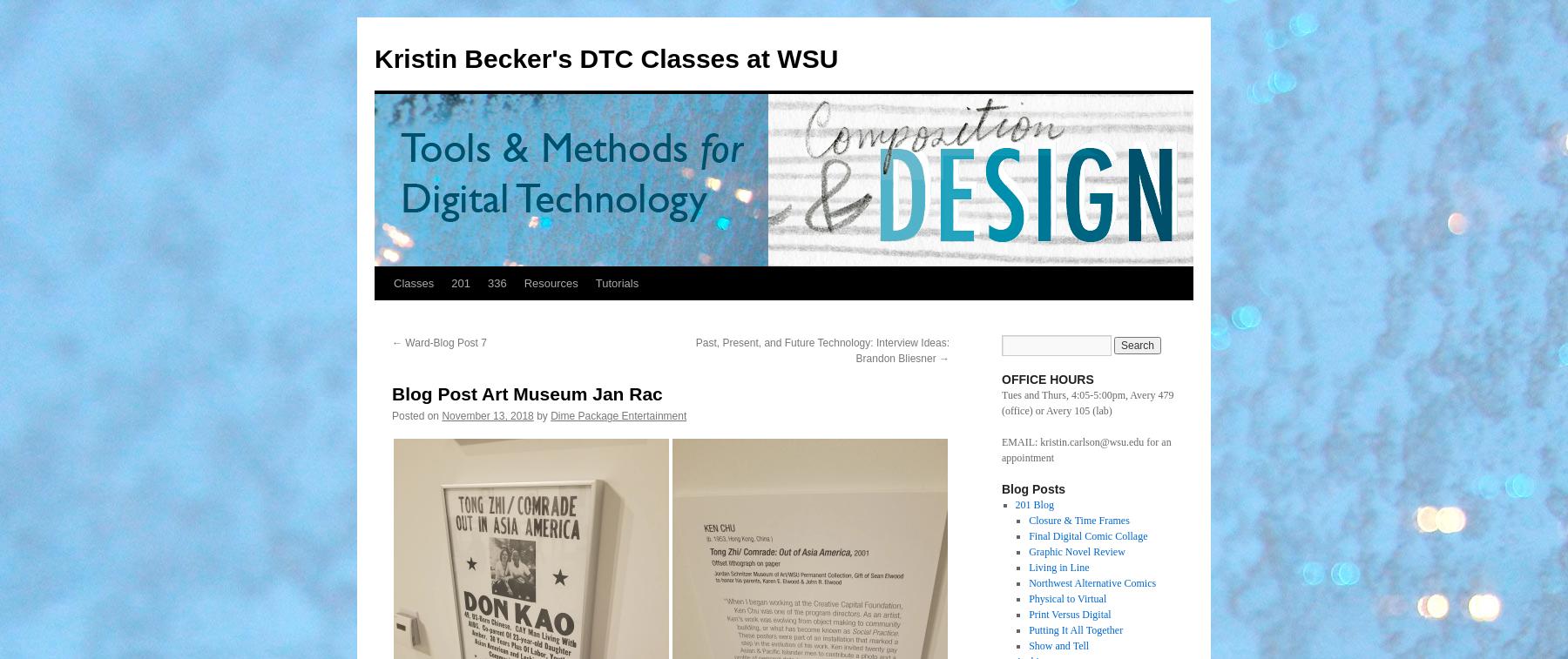 This screenshot has width=1568, height=659. What do you see at coordinates (415, 415) in the screenshot?
I see `'Posted on'` at bounding box center [415, 415].